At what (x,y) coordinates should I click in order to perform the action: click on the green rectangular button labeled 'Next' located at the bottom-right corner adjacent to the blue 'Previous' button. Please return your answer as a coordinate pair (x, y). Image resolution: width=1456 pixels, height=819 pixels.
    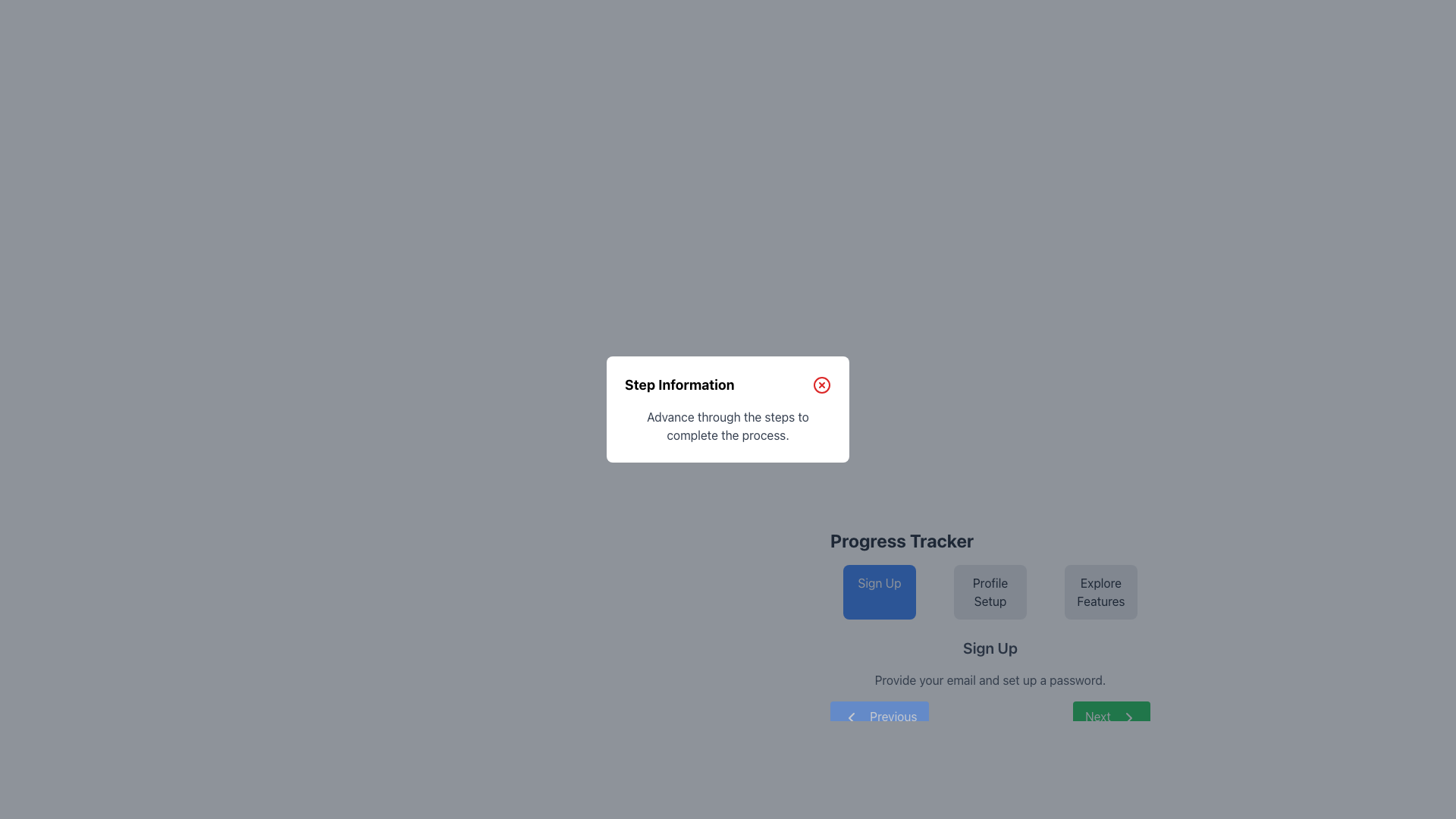
    Looking at the image, I should click on (1112, 717).